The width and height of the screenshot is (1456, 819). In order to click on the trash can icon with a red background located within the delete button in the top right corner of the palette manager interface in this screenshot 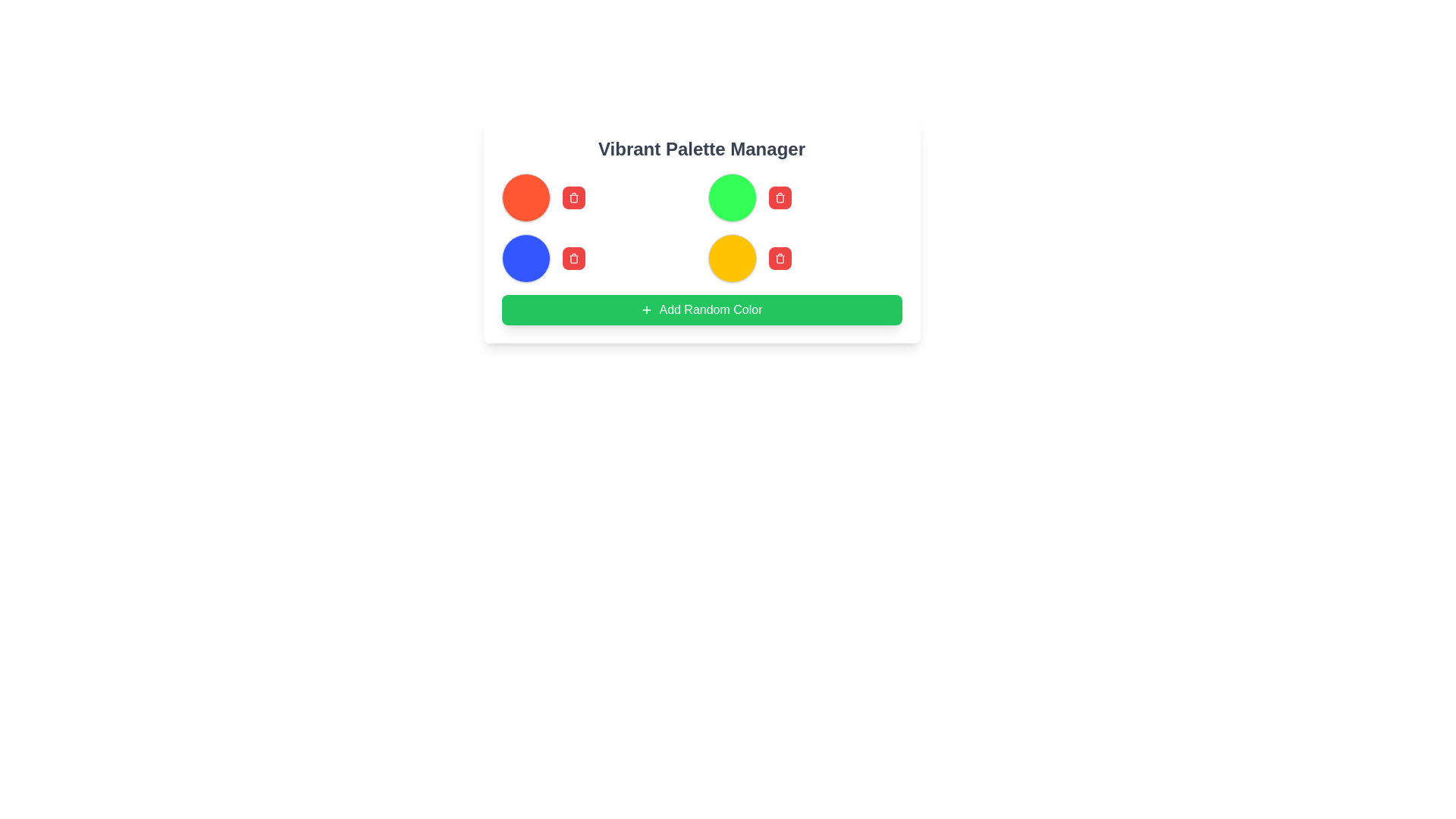, I will do `click(780, 257)`.